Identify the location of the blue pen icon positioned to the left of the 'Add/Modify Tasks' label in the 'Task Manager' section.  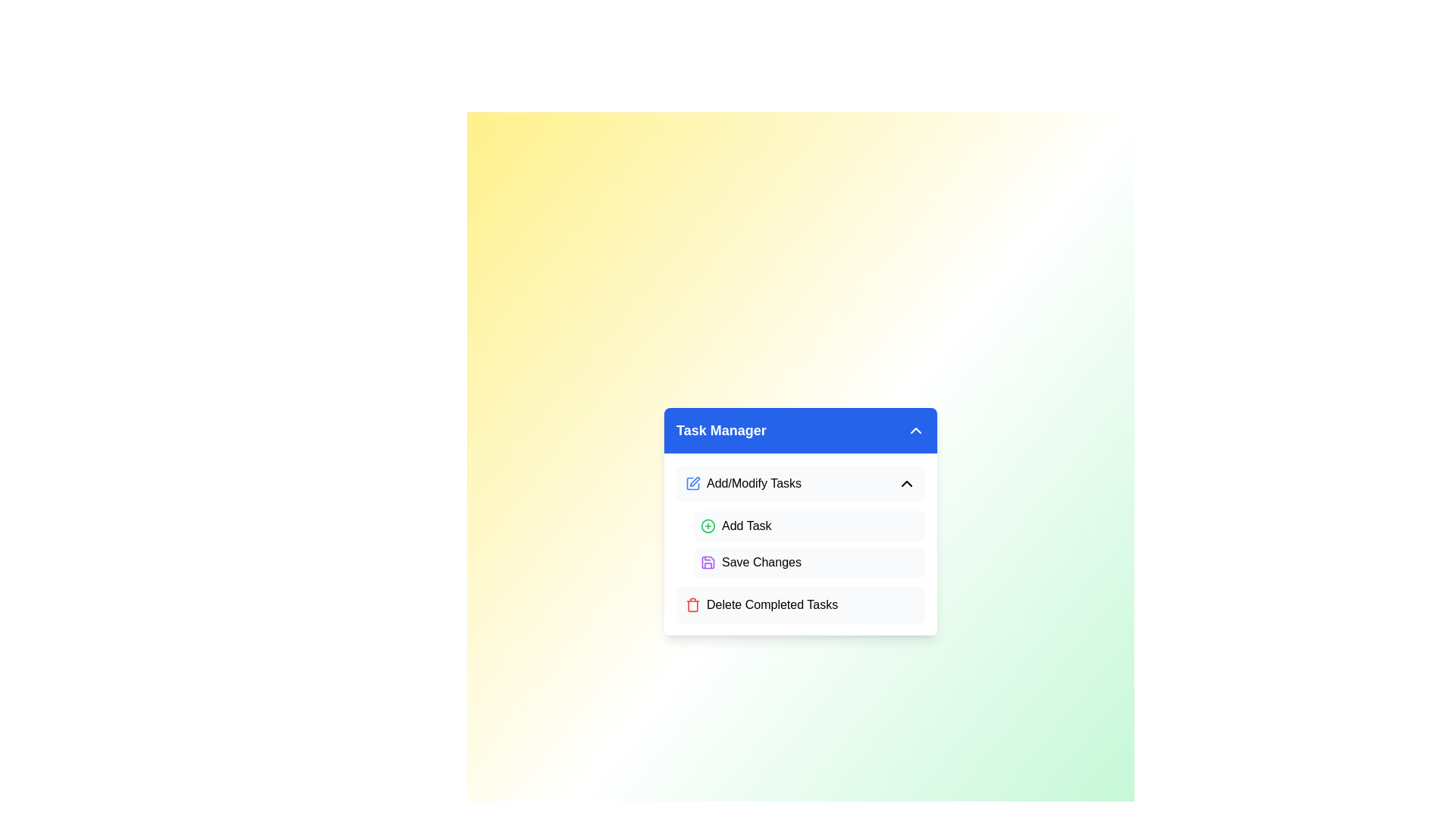
(694, 482).